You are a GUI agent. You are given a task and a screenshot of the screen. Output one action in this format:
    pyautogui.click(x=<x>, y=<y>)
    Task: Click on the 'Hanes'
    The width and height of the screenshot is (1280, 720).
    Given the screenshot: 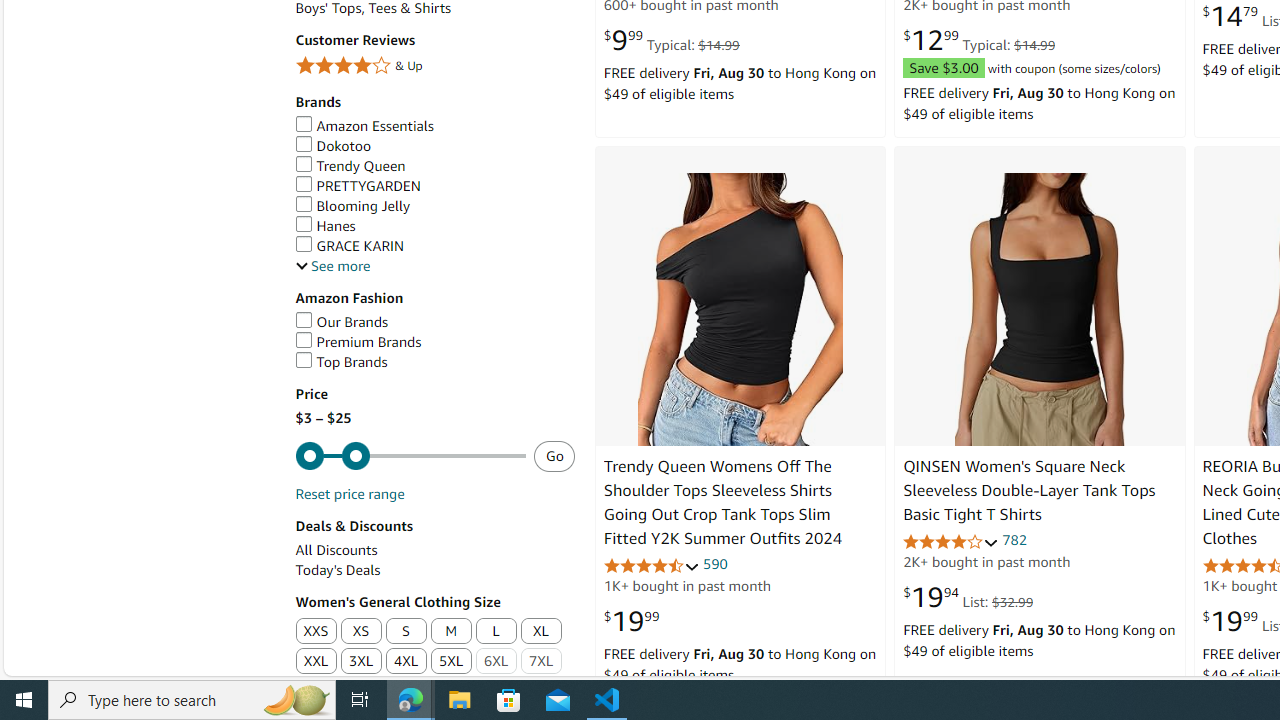 What is the action you would take?
    pyautogui.click(x=325, y=225)
    